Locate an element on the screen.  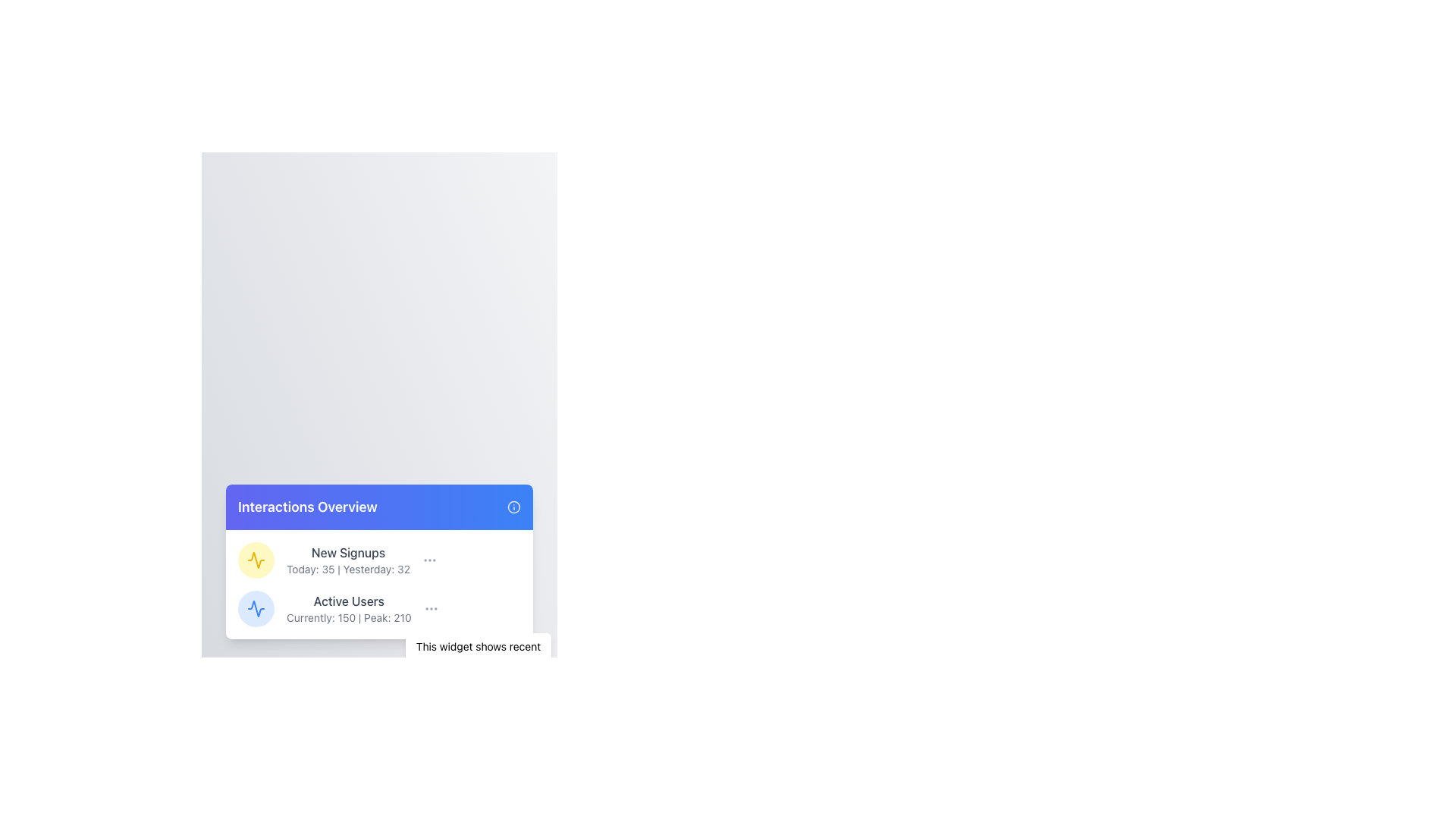
the Text Display with Icon that shows 'Active UsersCurrently: 150 | Peak: 210', located below the 'New Signups' information is located at coordinates (379, 607).